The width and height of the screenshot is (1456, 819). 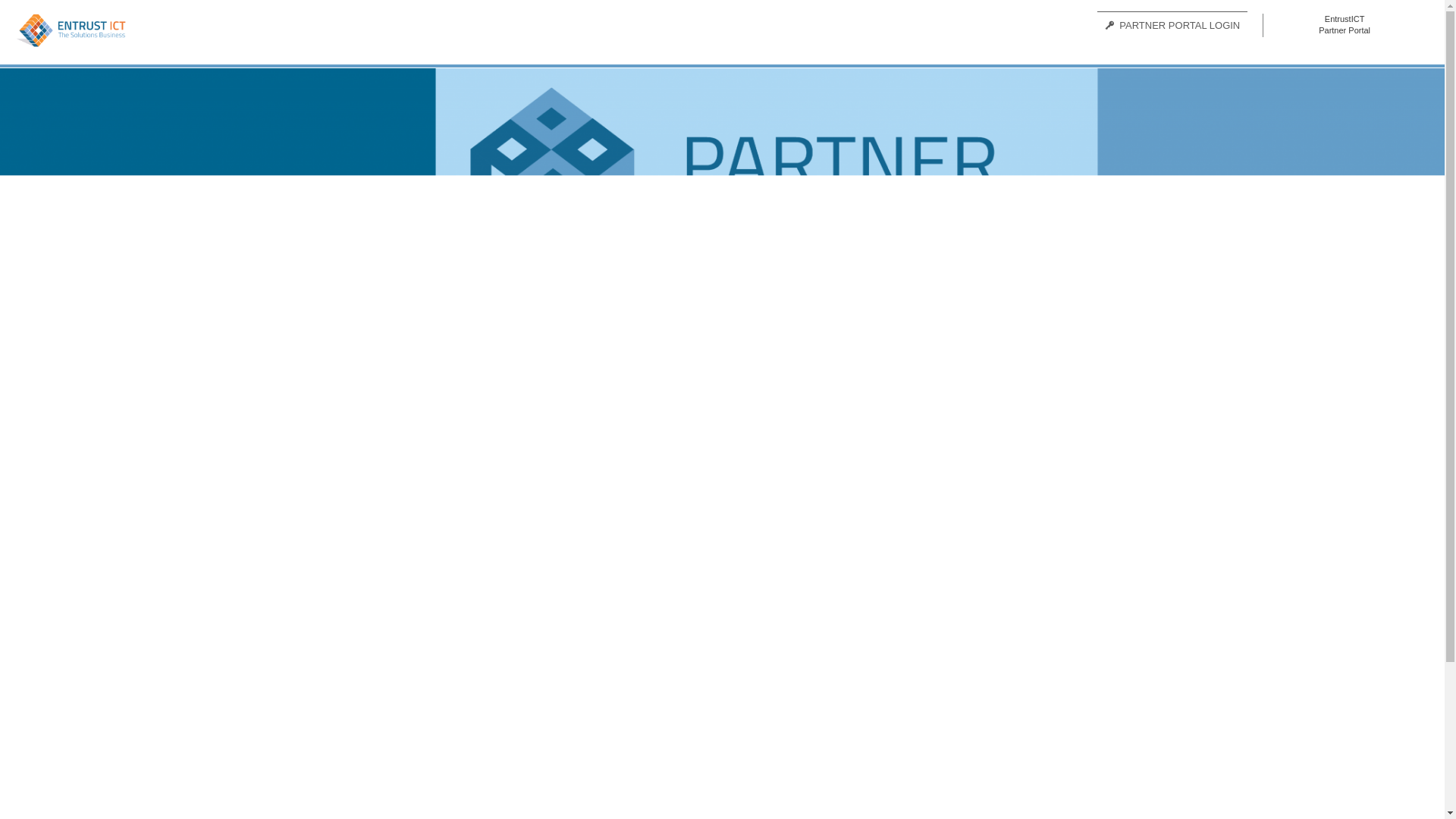 I want to click on 'PARTNER PORTAL LOGIN', so click(x=1171, y=25).